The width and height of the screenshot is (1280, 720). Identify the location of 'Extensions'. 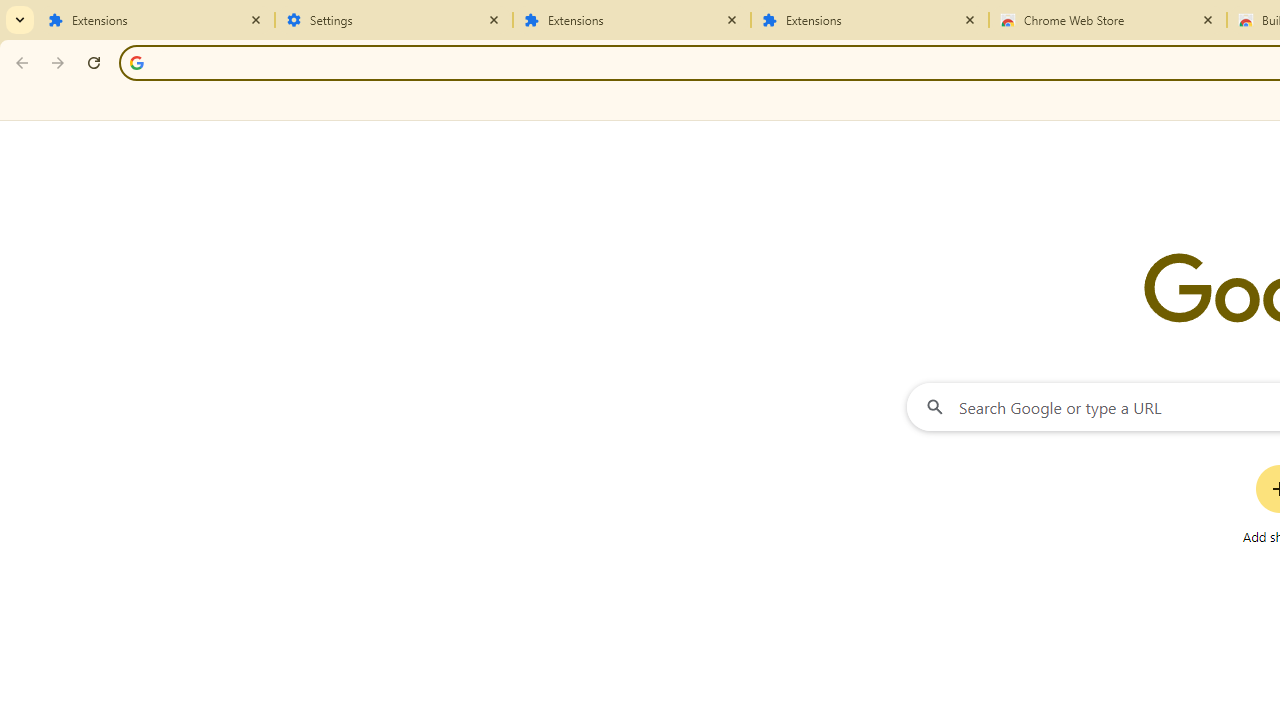
(155, 20).